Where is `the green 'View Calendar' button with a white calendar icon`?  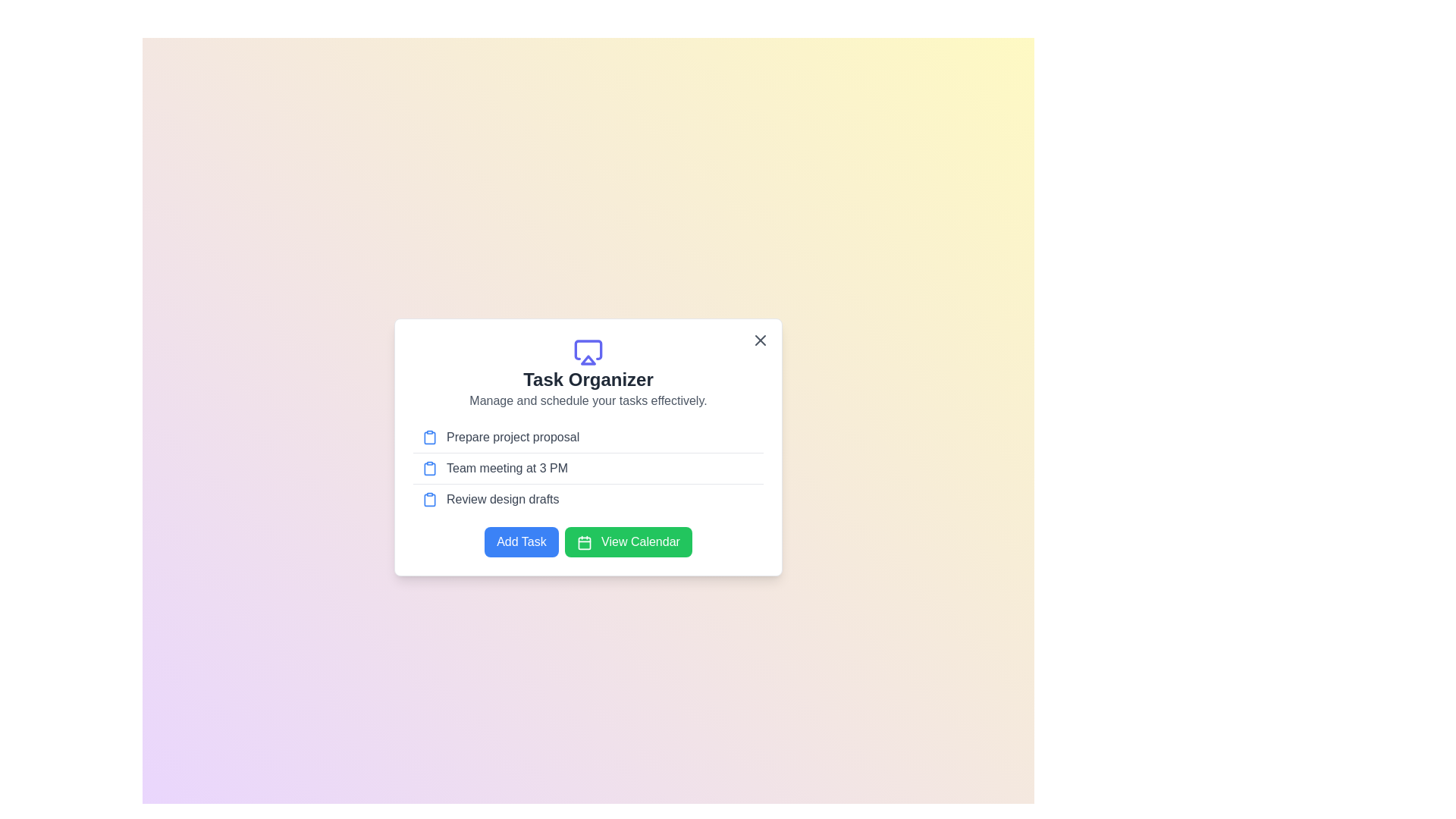 the green 'View Calendar' button with a white calendar icon is located at coordinates (628, 541).